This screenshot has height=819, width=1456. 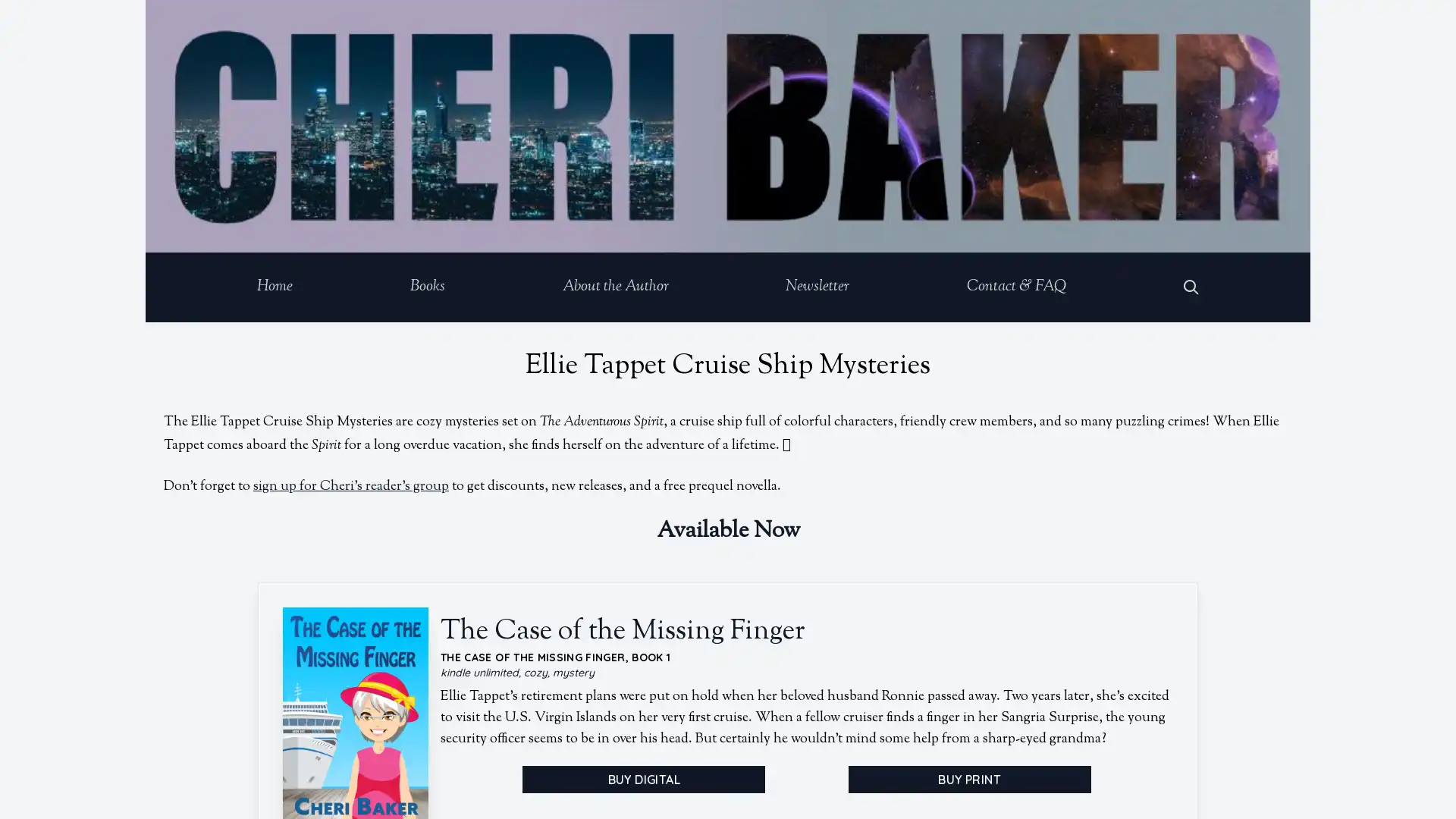 What do you see at coordinates (968, 778) in the screenshot?
I see `BUY PRINT` at bounding box center [968, 778].